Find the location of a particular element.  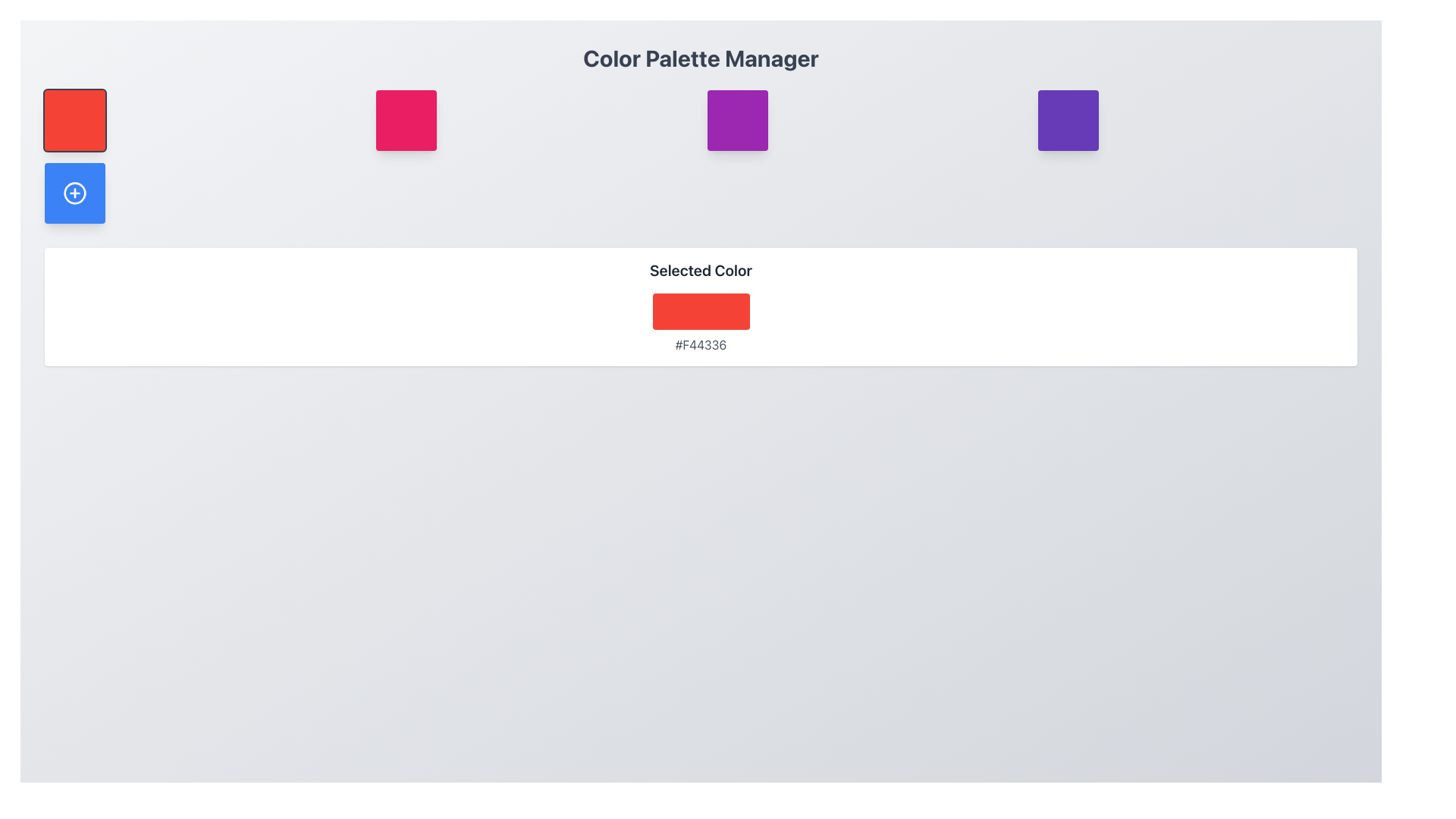

the blue square button with a white circular border and a plus sign inside, located in the bottom-left corner of the grid layout is located at coordinates (74, 192).